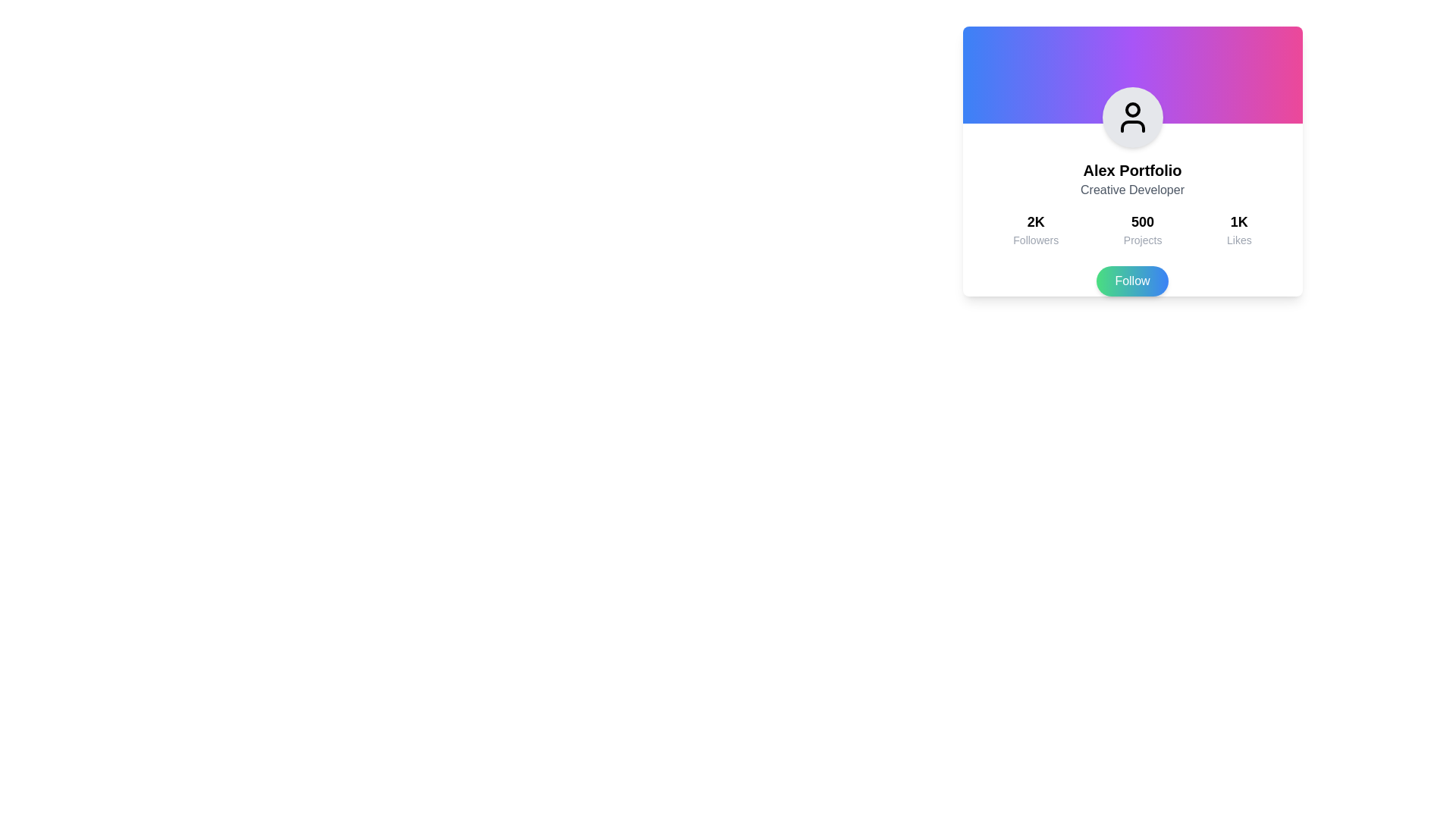 Image resolution: width=1456 pixels, height=819 pixels. Describe the element at coordinates (1239, 239) in the screenshot. I see `the 'Likes' text label located beneath the '1K' numerical value, which is part of a vertical stack aligned to the right with other groups for 'Followers' and 'Projects'` at that location.